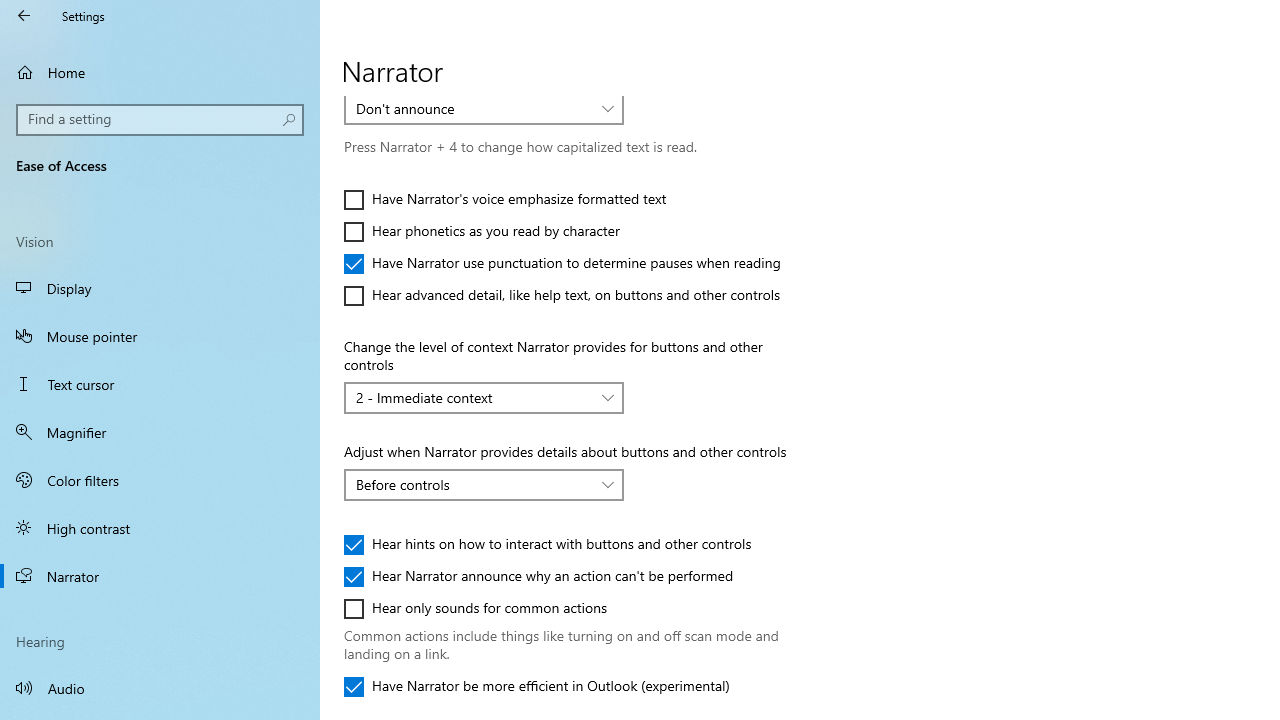 The width and height of the screenshot is (1280, 720). Describe the element at coordinates (160, 334) in the screenshot. I see `'Mouse pointer'` at that location.